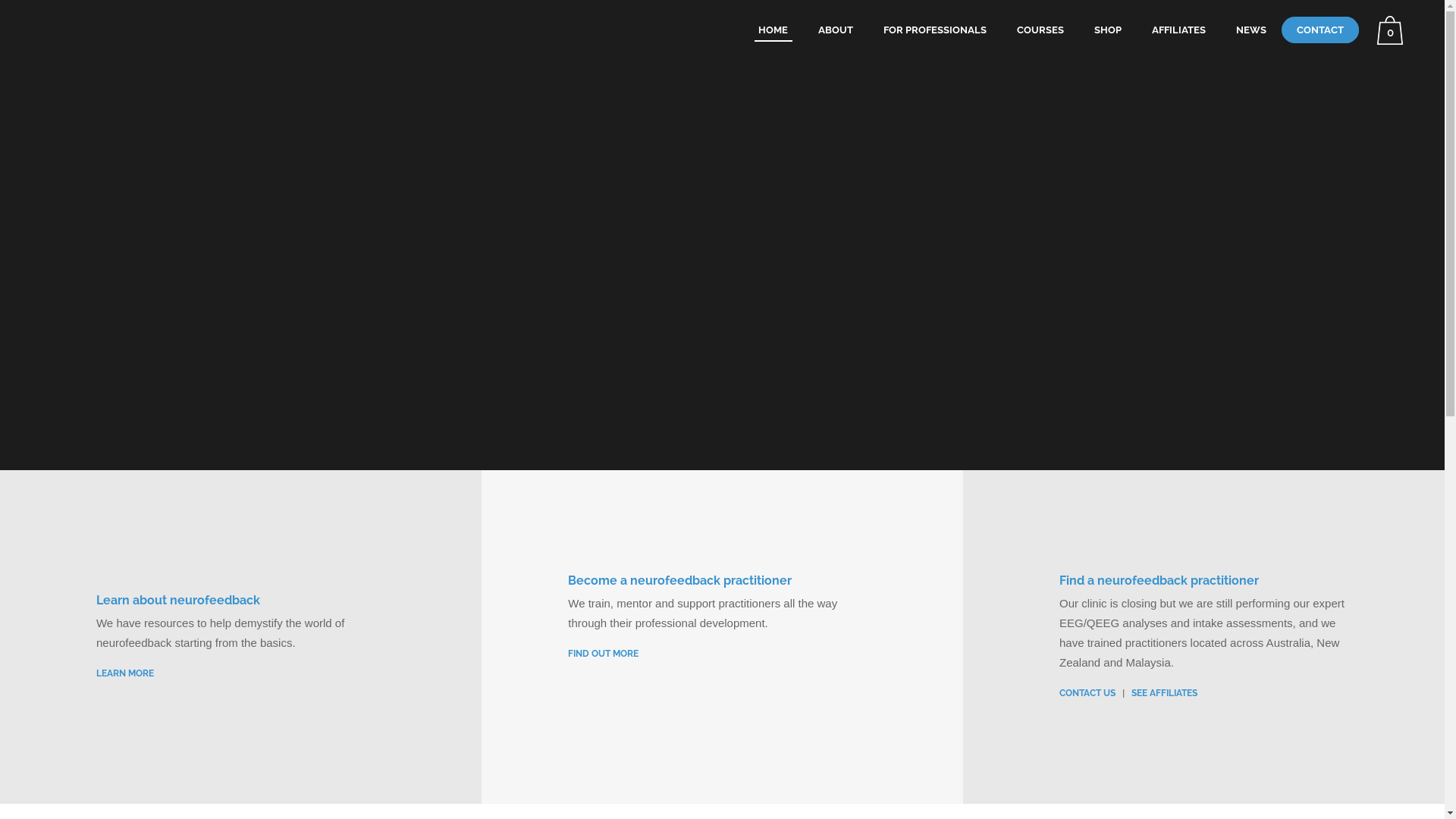 This screenshot has width=1456, height=819. Describe the element at coordinates (1220, 30) in the screenshot. I see `'NEWS'` at that location.